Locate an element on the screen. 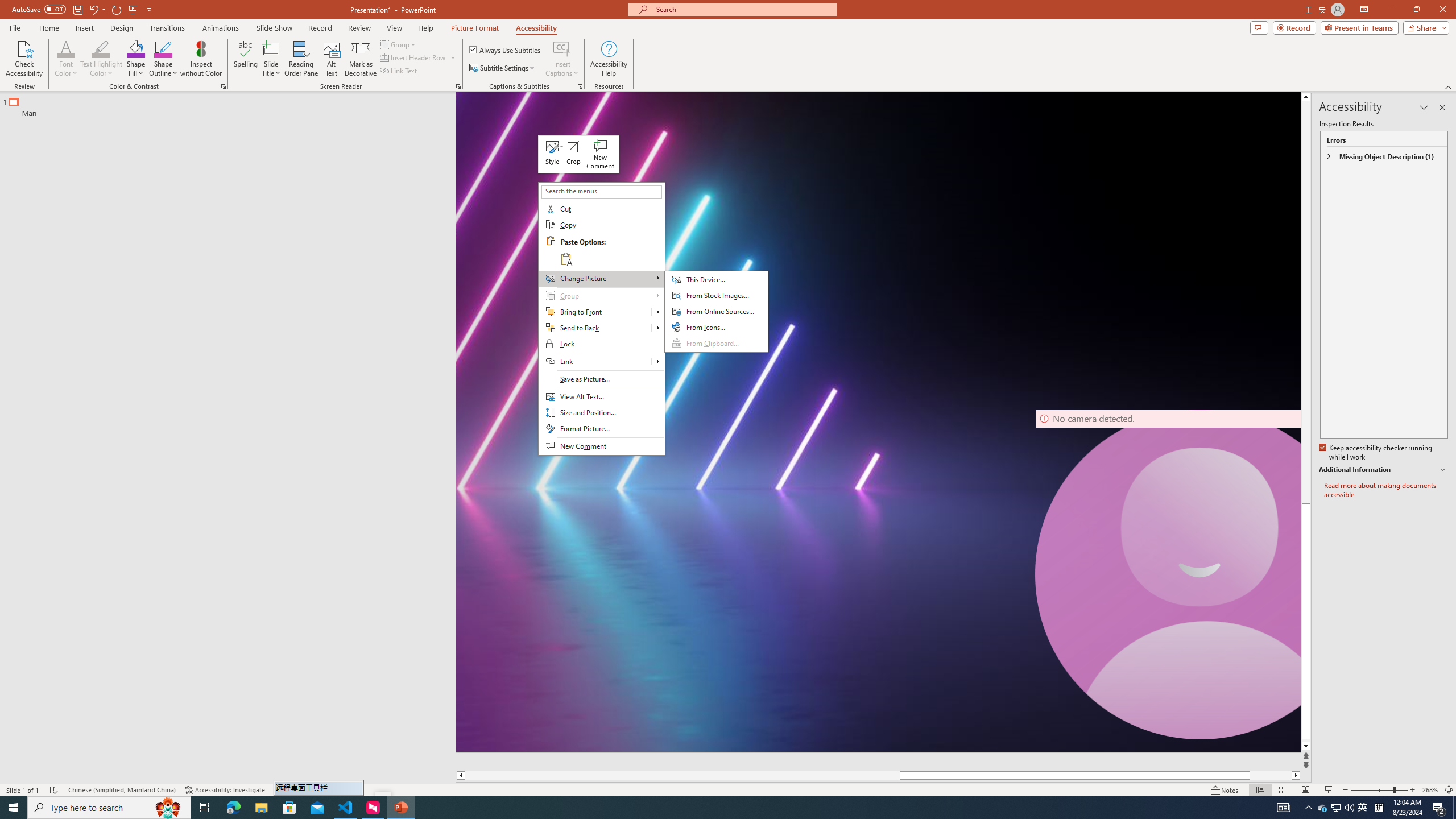  'From Clipboard...' is located at coordinates (716, 344).